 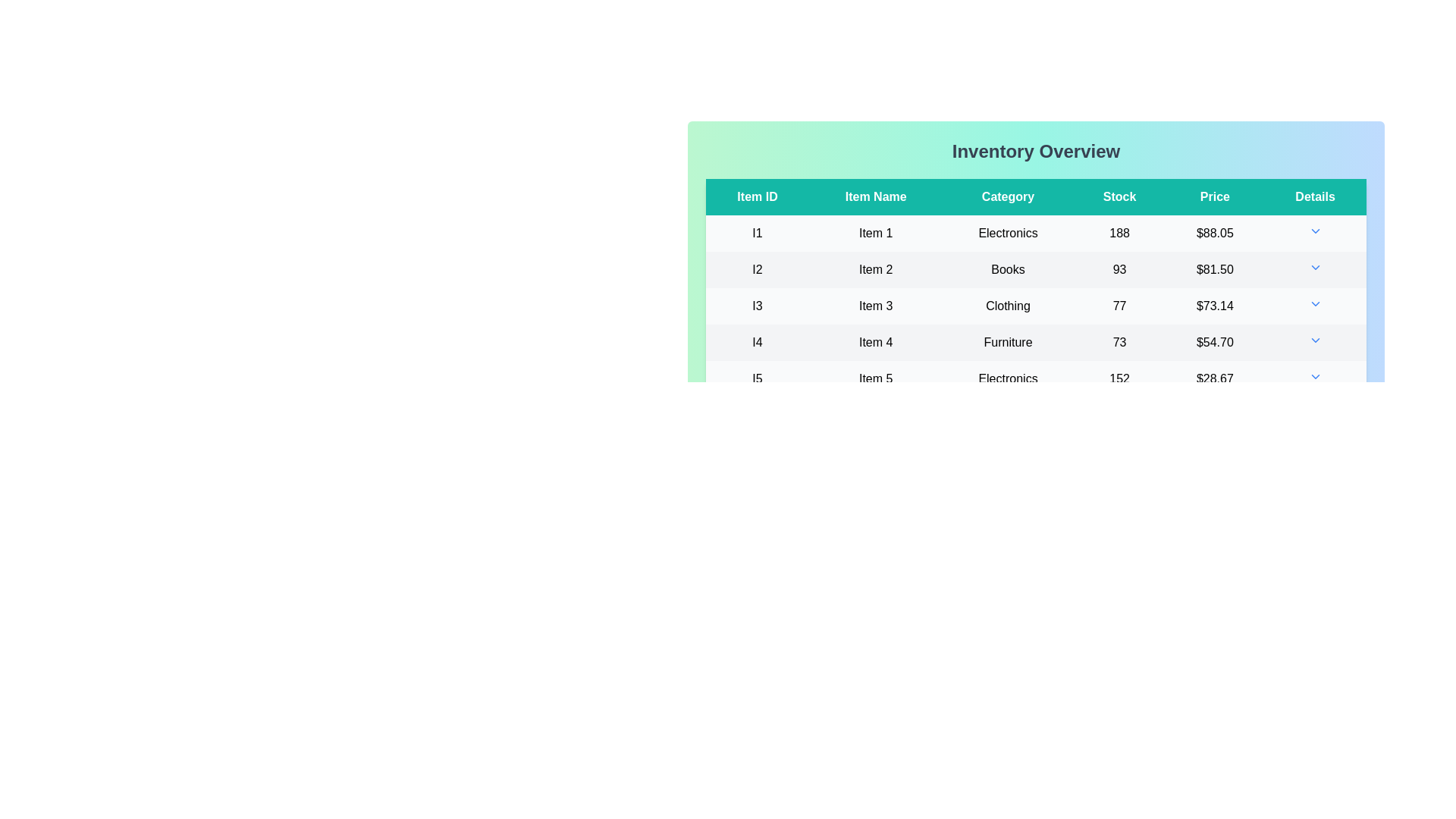 What do you see at coordinates (1035, 152) in the screenshot?
I see `the main heading text labeled 'Inventory Overview'` at bounding box center [1035, 152].